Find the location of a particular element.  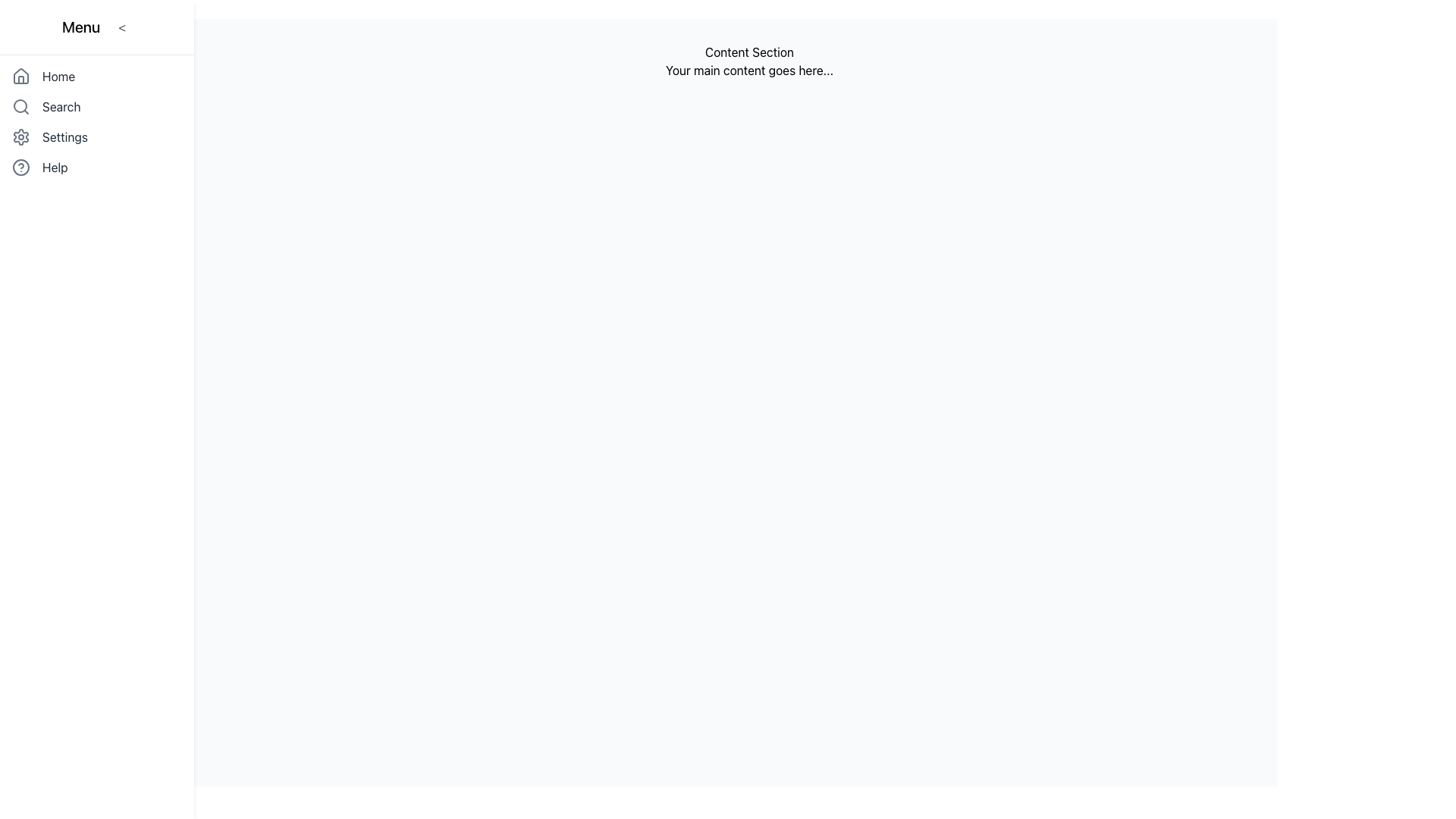

the small gray left-pointing arrow button located next to the 'Menu' label in the top-left corner of the interface is located at coordinates (122, 27).